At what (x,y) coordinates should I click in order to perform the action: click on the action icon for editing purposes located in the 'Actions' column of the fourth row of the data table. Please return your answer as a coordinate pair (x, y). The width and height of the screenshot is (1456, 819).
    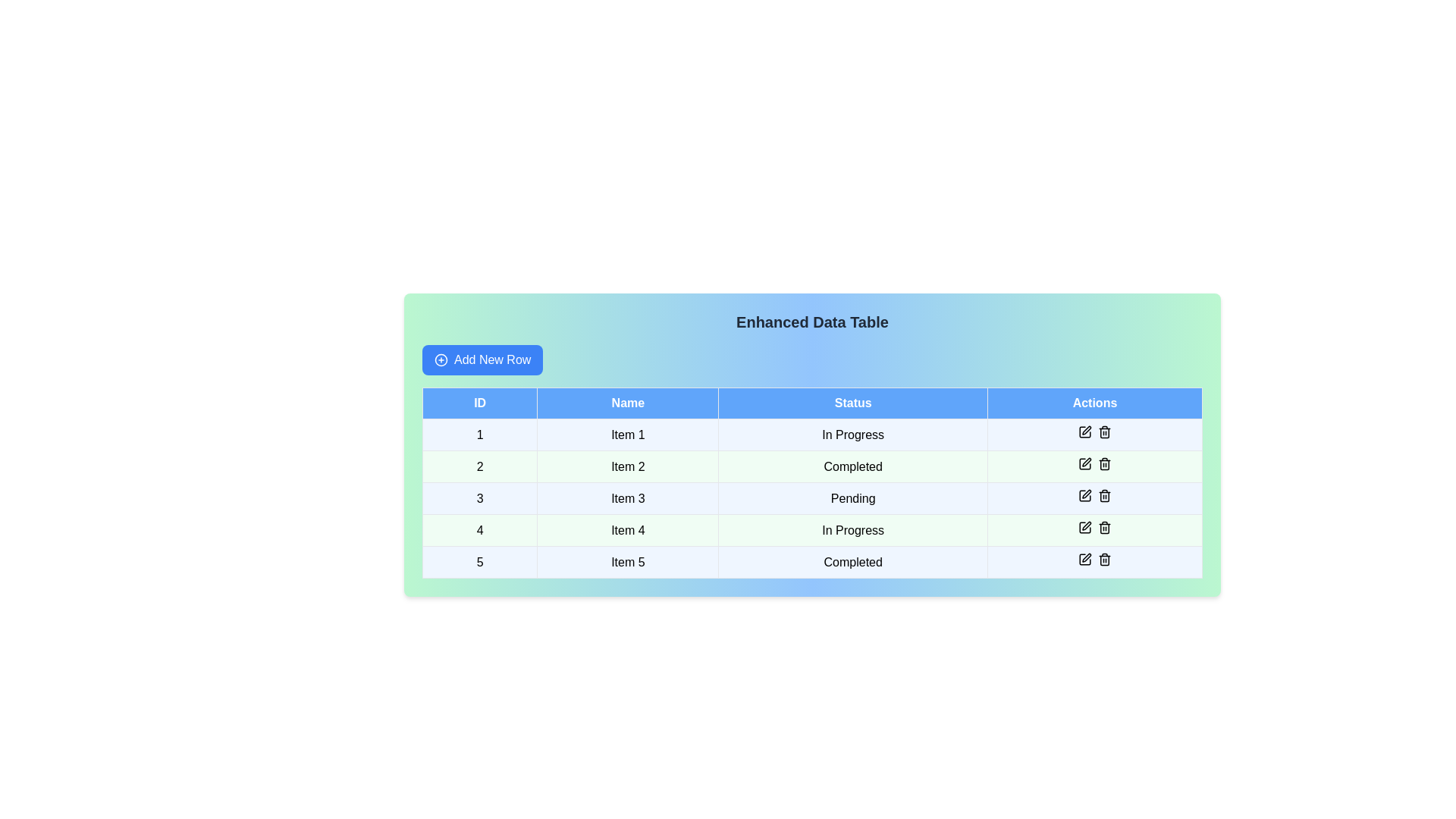
    Looking at the image, I should click on (1084, 526).